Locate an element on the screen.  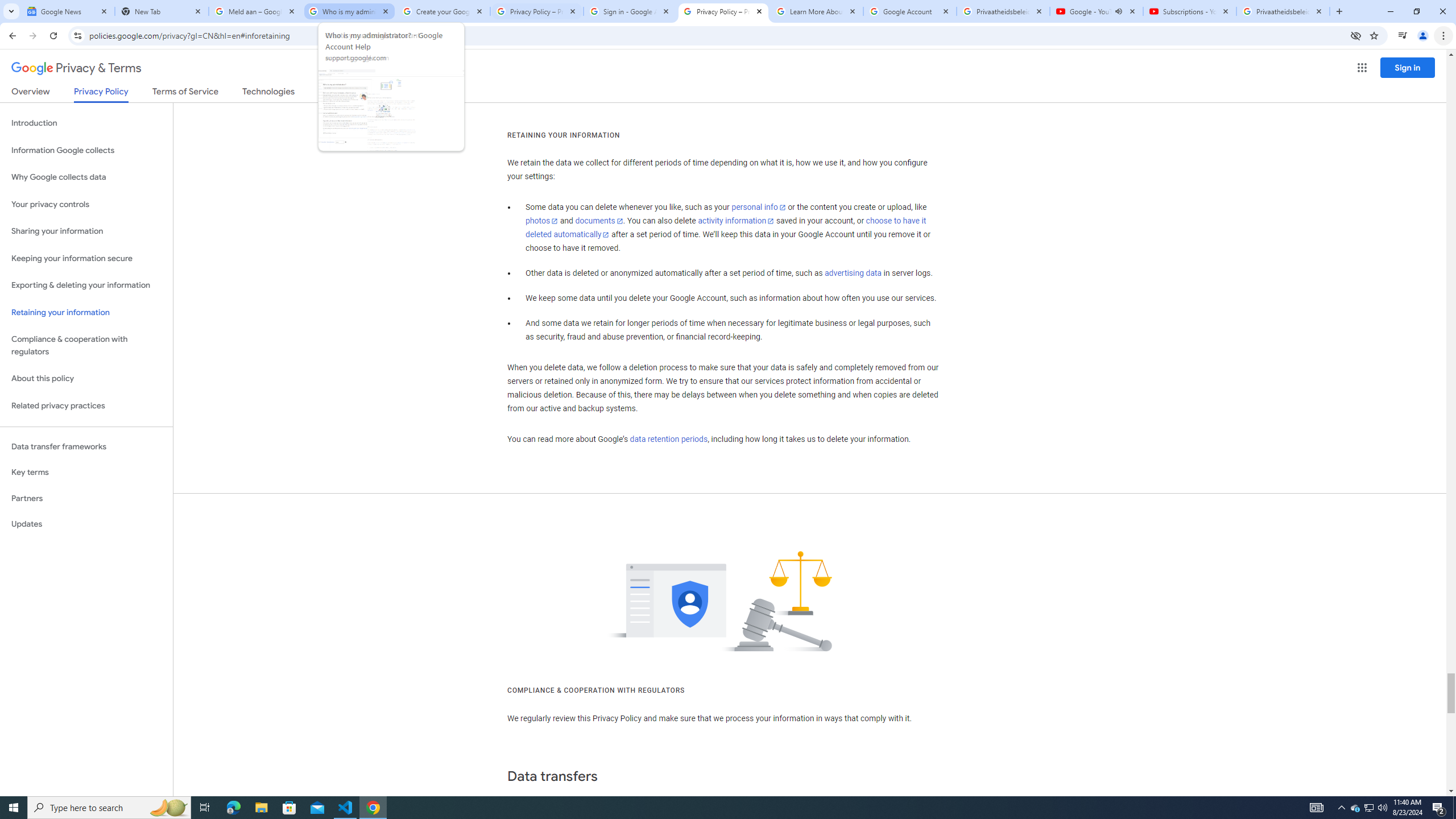
'Sign in - Google Accounts' is located at coordinates (629, 11).